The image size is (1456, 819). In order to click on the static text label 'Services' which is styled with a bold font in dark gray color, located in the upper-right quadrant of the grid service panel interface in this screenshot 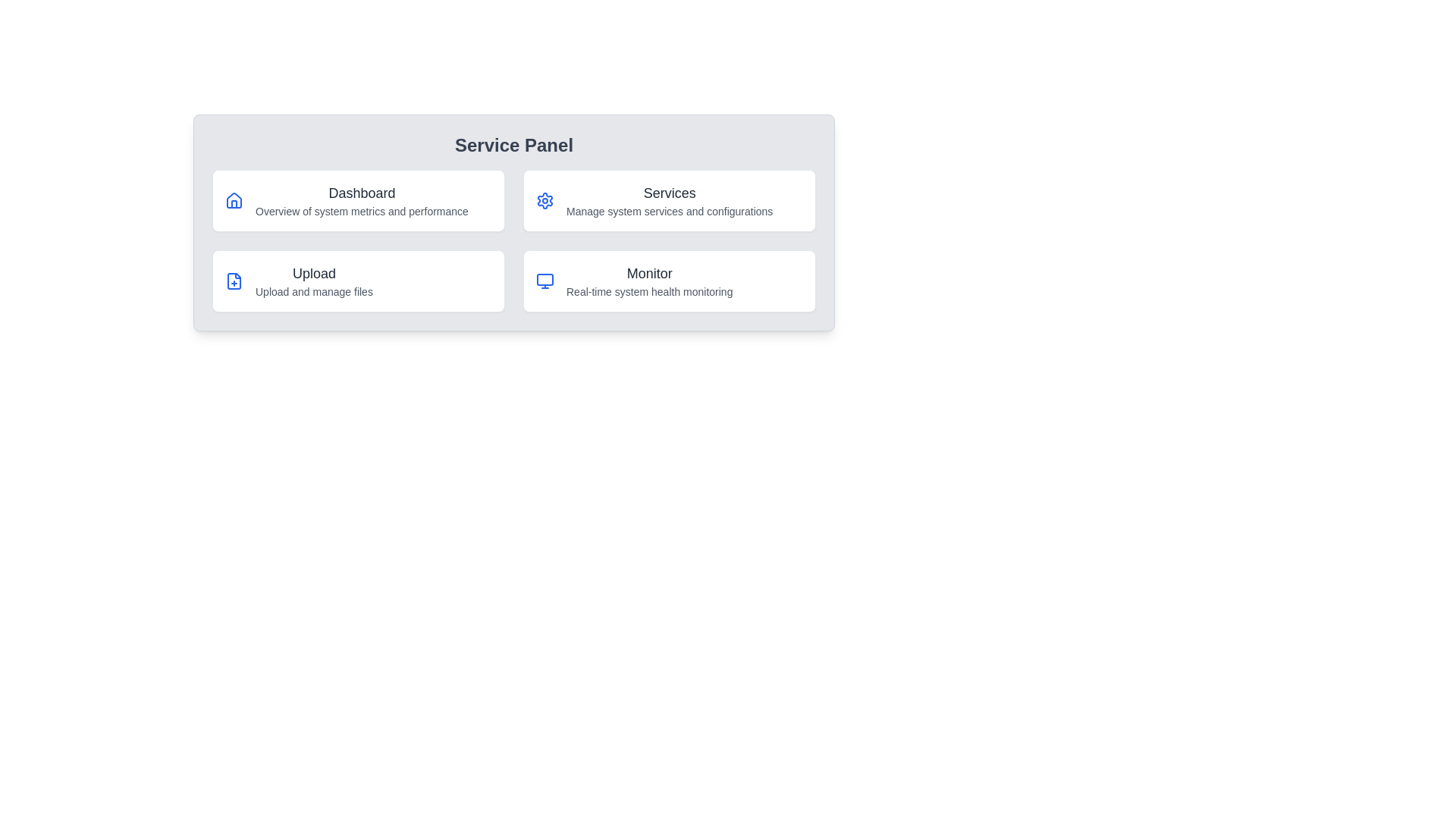, I will do `click(669, 192)`.